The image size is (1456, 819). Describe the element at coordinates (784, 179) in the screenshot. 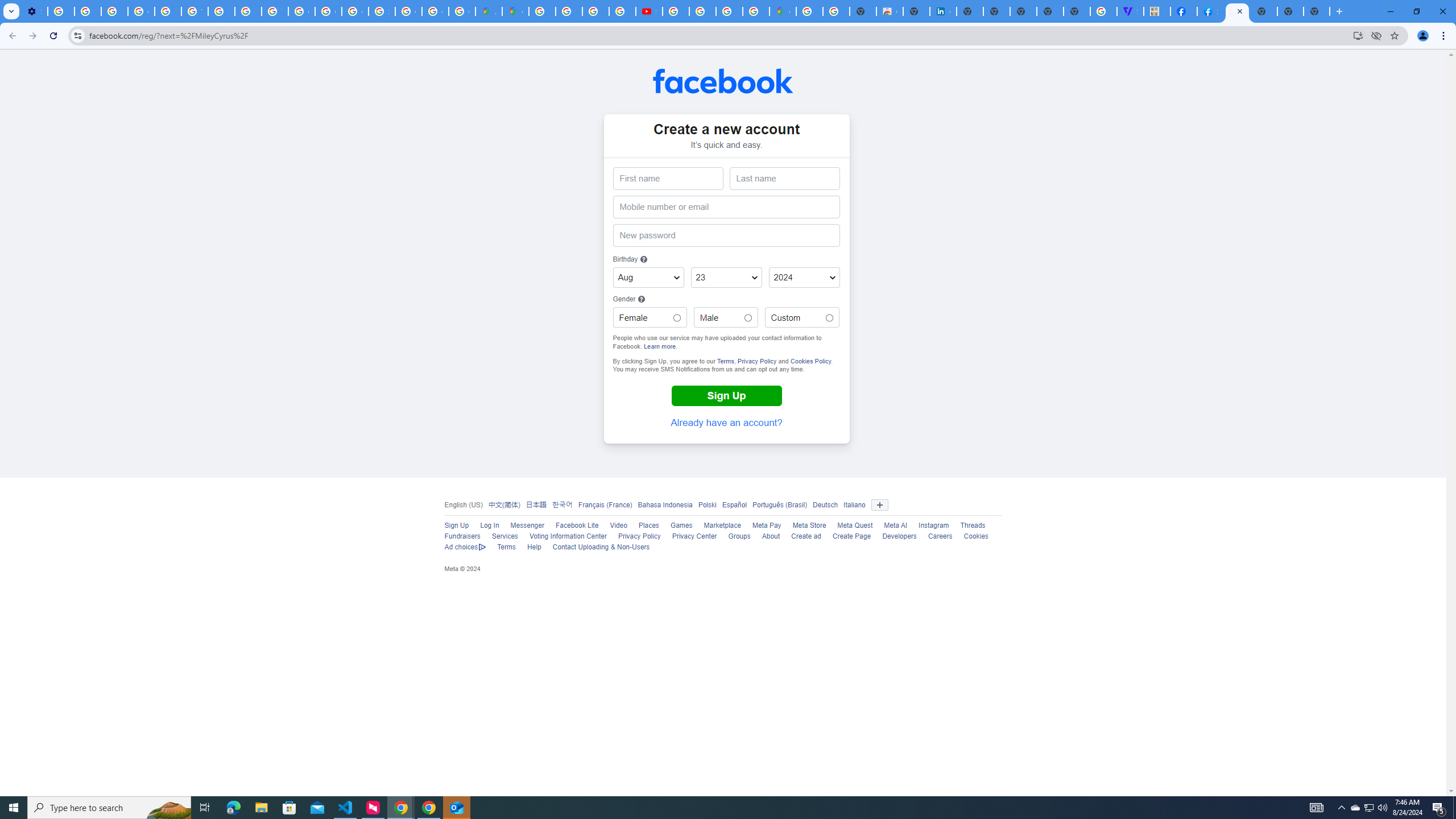

I see `'Last name'` at that location.